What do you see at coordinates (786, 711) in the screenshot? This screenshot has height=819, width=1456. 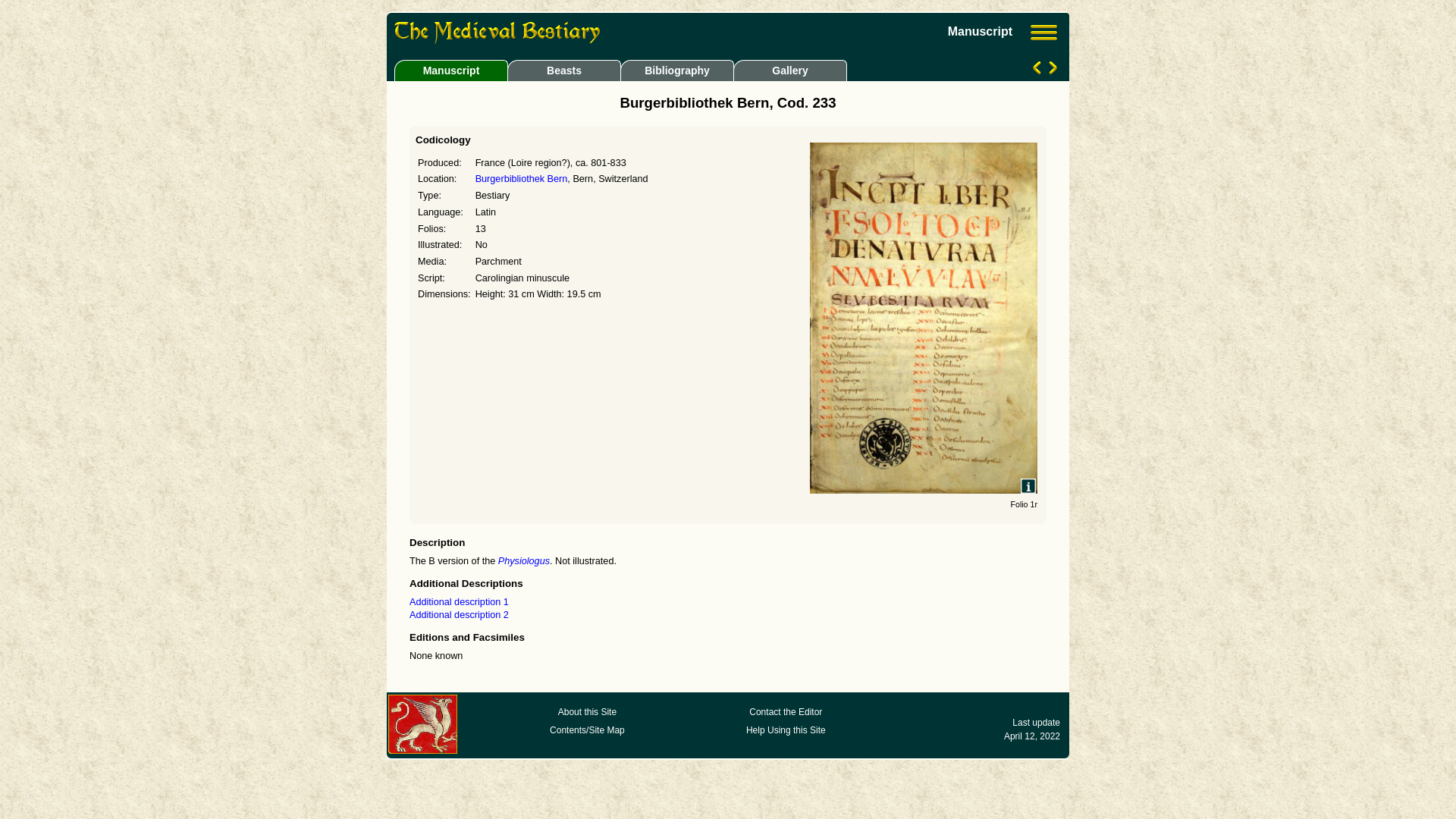 I see `'Contact the Editor'` at bounding box center [786, 711].